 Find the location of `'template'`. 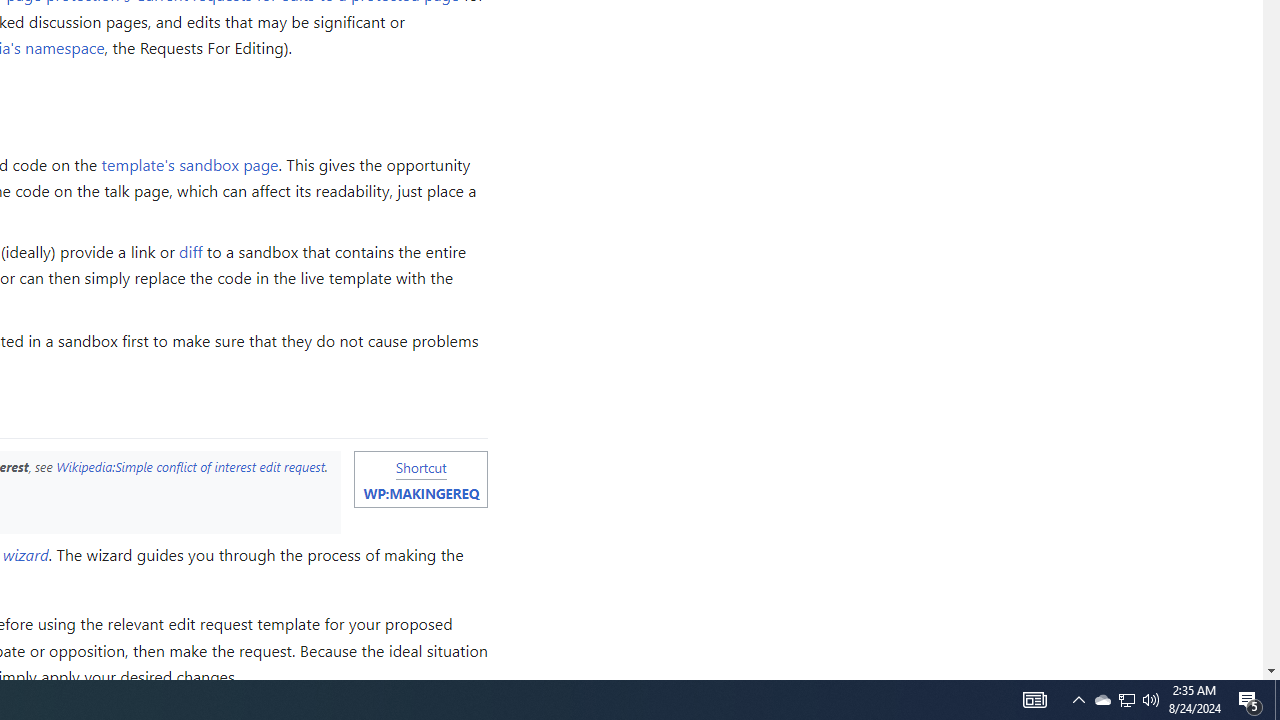

'template' is located at coordinates (190, 162).